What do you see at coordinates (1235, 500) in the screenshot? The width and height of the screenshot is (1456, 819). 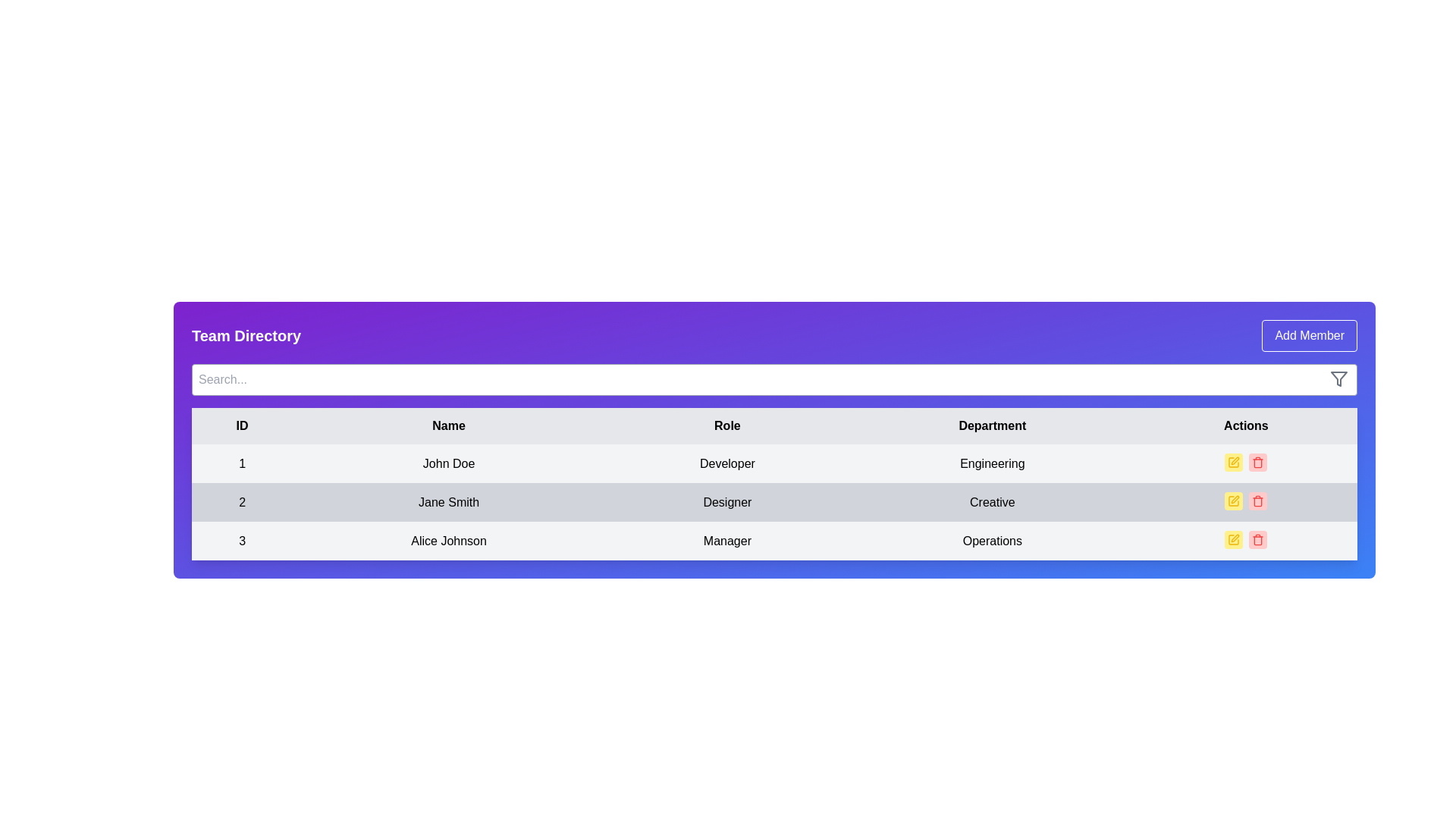 I see `the edit icon in the Actions column for the 'Creative' entry in the table` at bounding box center [1235, 500].